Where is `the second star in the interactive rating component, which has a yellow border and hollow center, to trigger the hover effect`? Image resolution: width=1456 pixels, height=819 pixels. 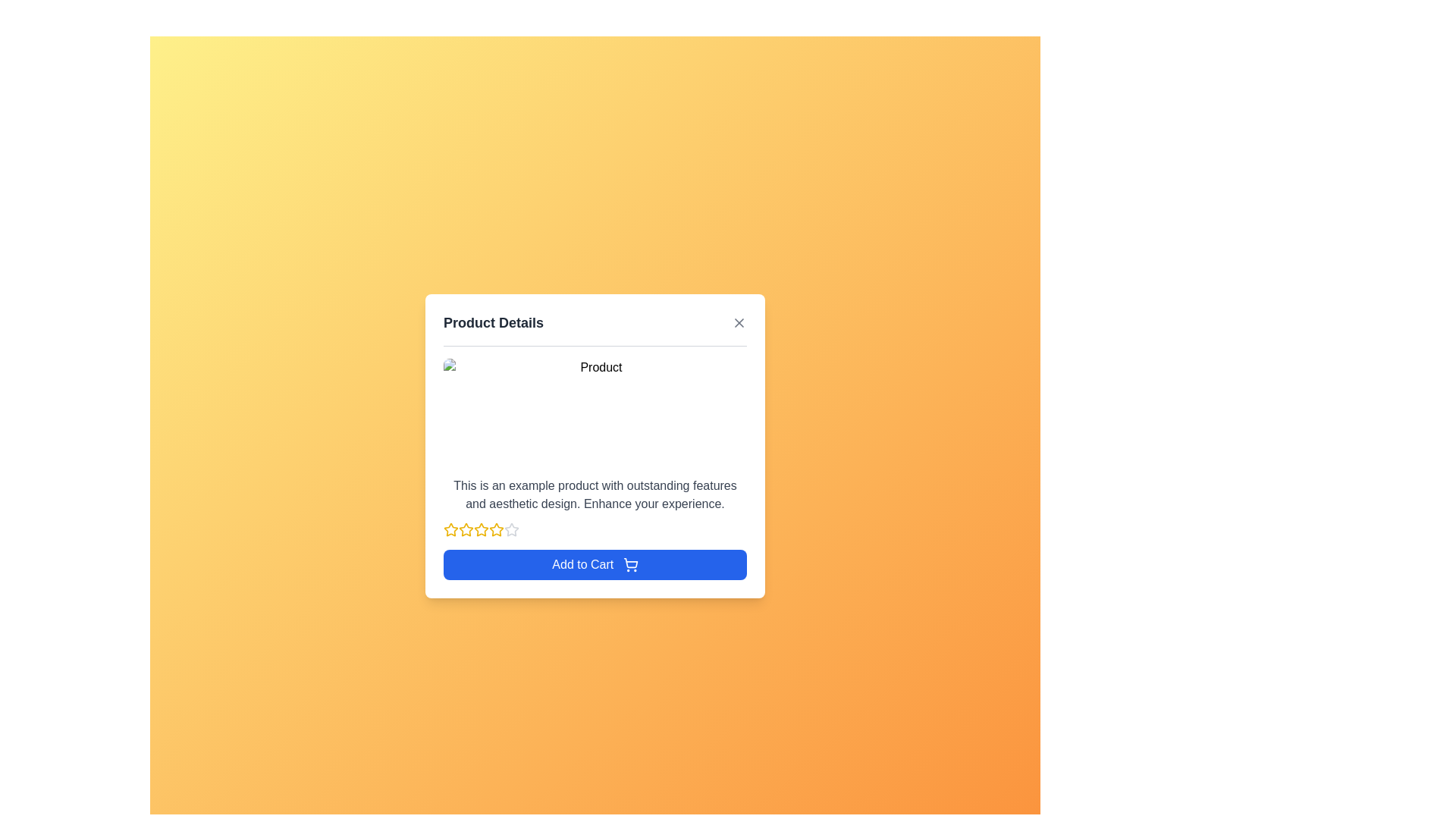 the second star in the interactive rating component, which has a yellow border and hollow center, to trigger the hover effect is located at coordinates (465, 529).